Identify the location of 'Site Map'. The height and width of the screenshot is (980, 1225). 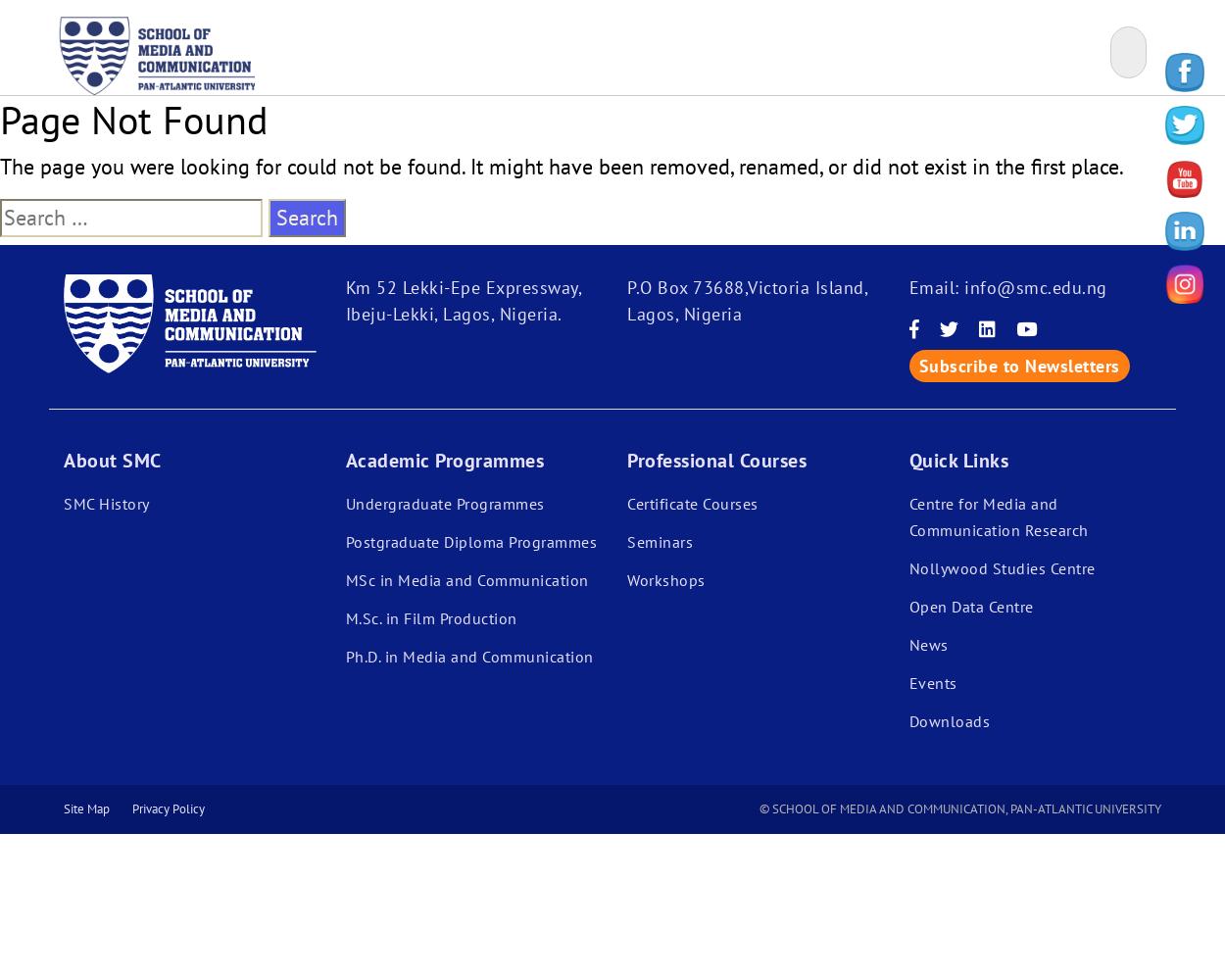
(63, 808).